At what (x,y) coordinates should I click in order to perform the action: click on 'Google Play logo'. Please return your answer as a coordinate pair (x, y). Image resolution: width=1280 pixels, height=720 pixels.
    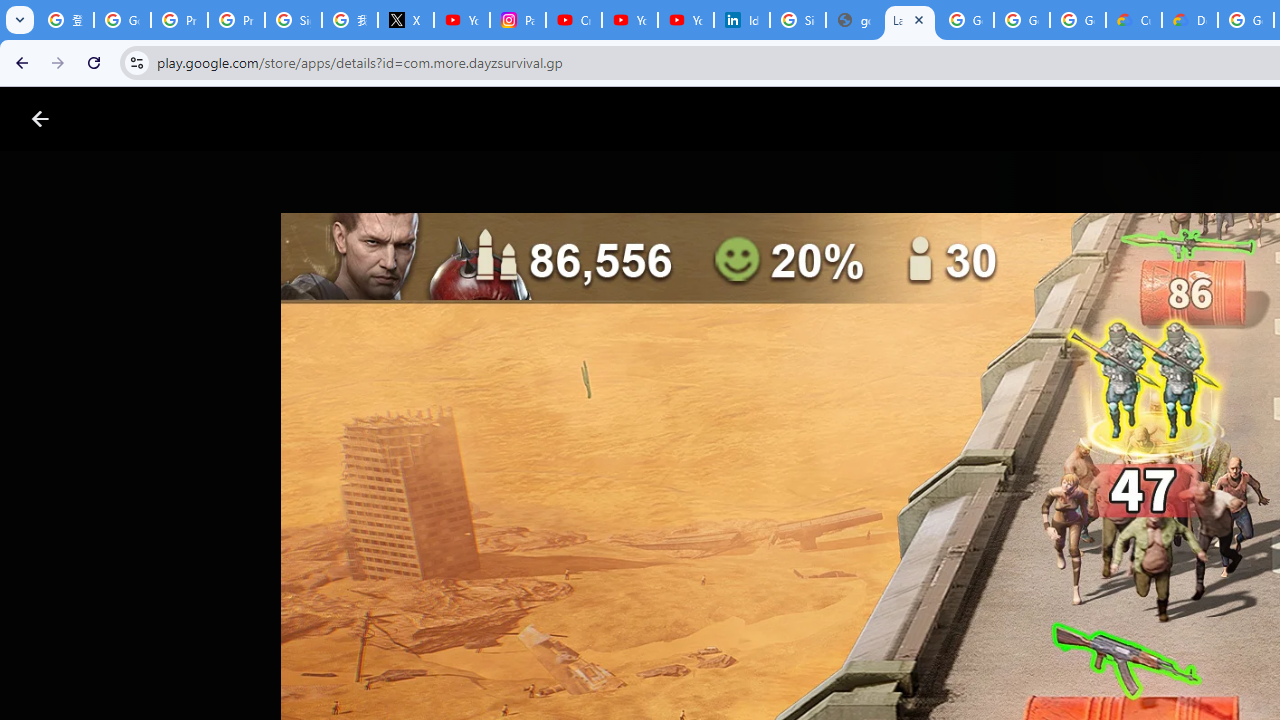
    Looking at the image, I should click on (111, 119).